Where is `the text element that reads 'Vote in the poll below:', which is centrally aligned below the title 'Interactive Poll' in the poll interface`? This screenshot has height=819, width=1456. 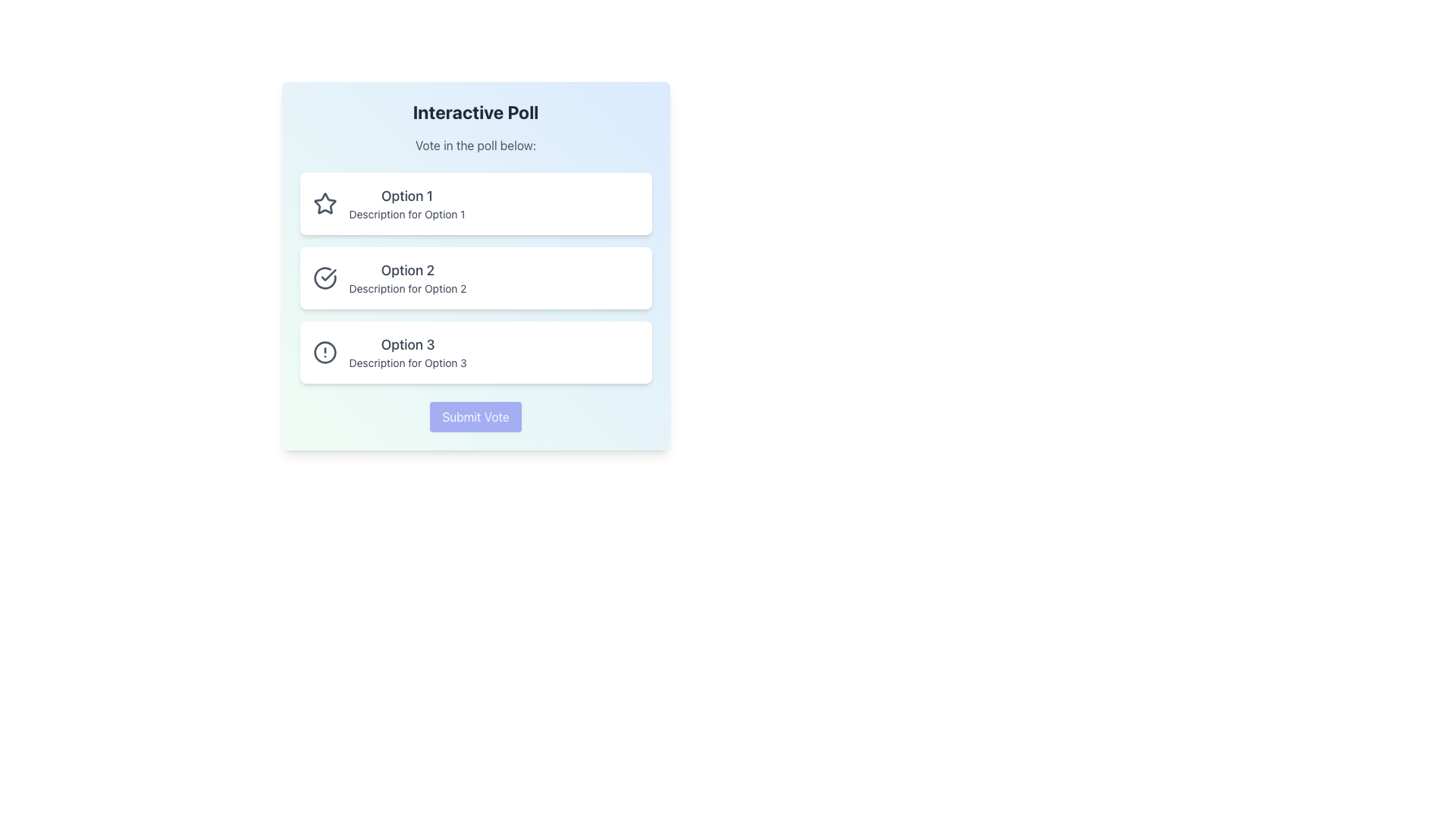
the text element that reads 'Vote in the poll below:', which is centrally aligned below the title 'Interactive Poll' in the poll interface is located at coordinates (475, 146).